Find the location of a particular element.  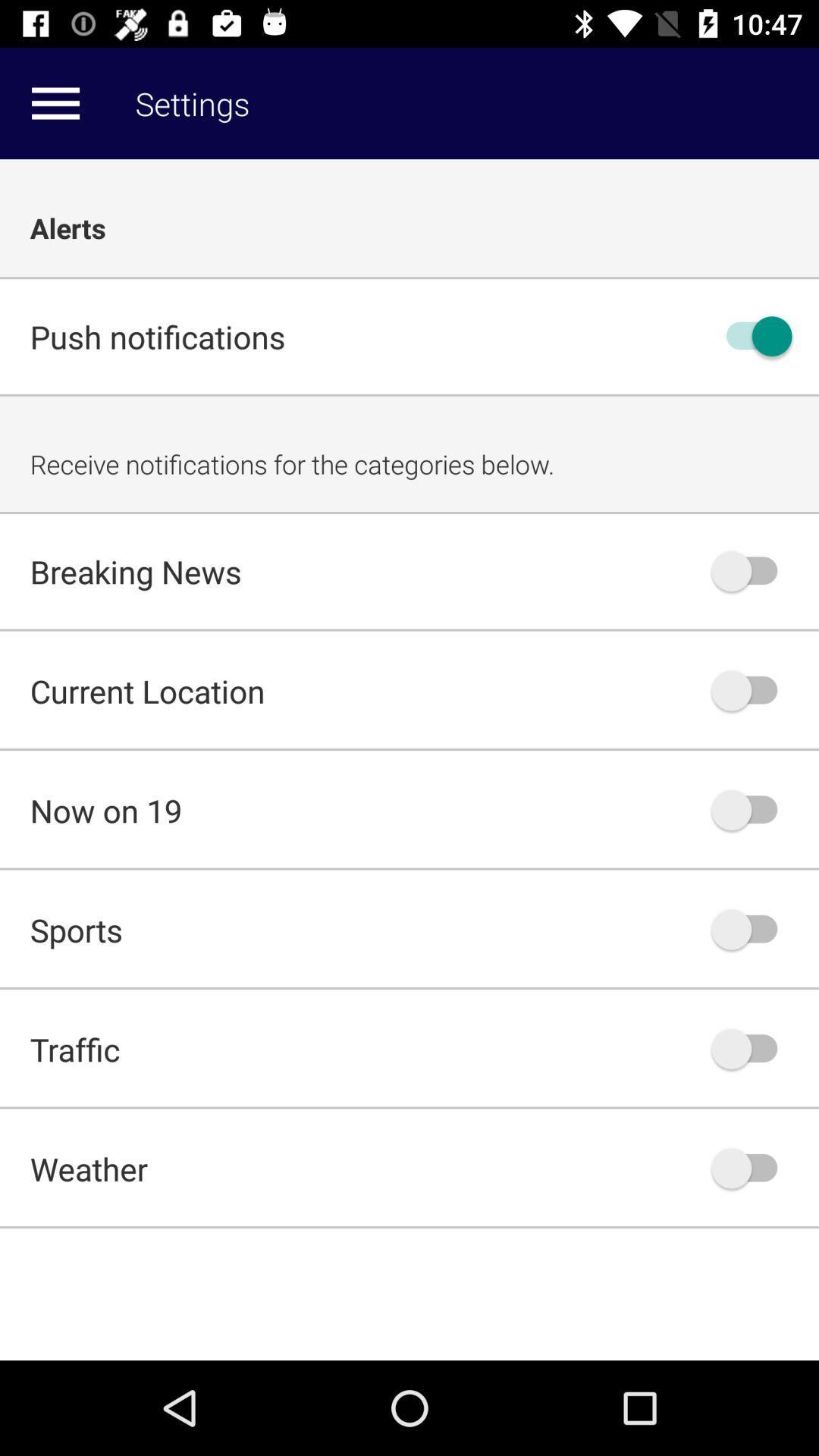

item next to settings item is located at coordinates (55, 102).